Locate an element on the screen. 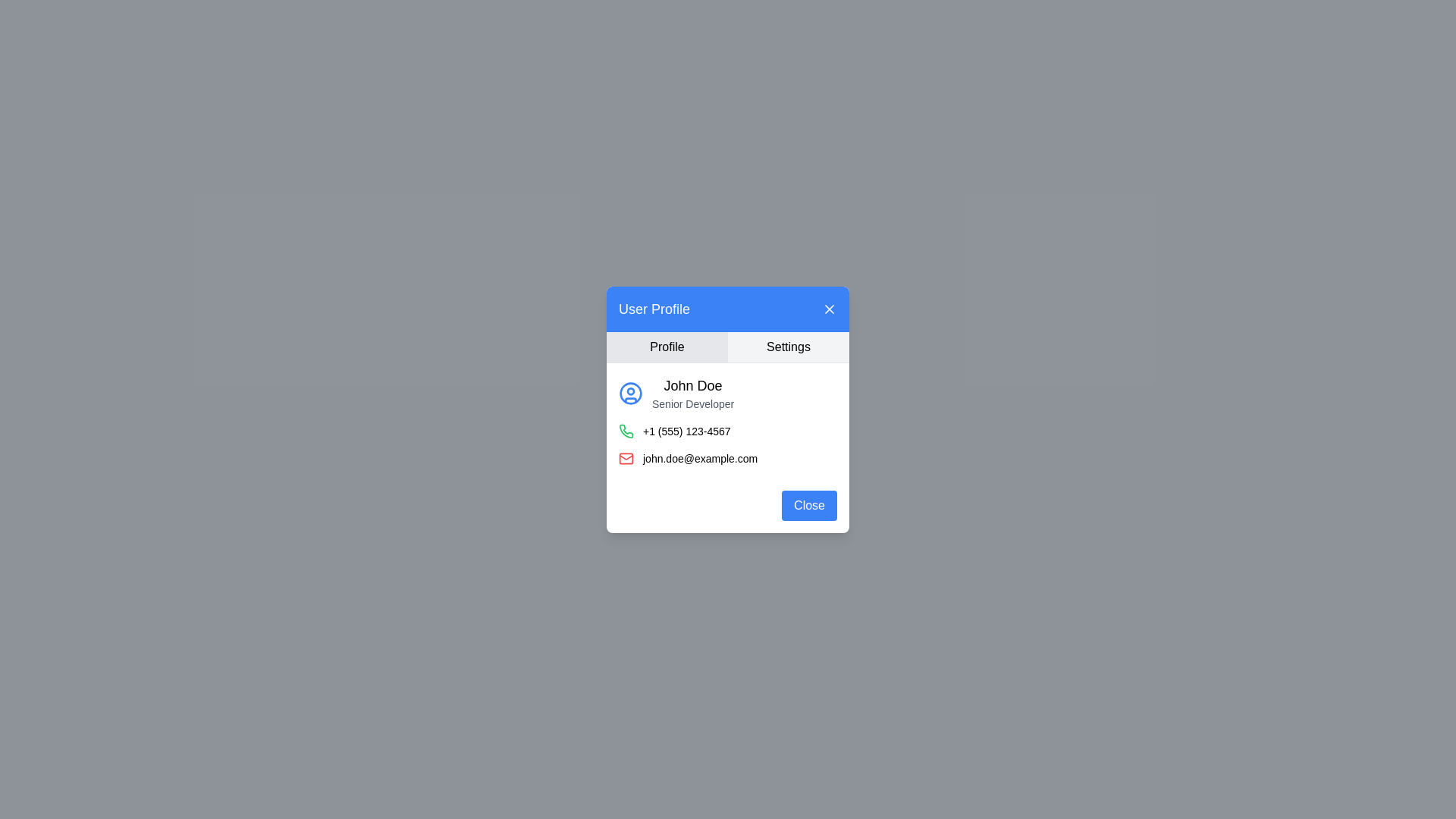  the green-colored phone receiver icon located next to the phone number '+1 (555) 123-4567' in the user profile dialog is located at coordinates (626, 431).